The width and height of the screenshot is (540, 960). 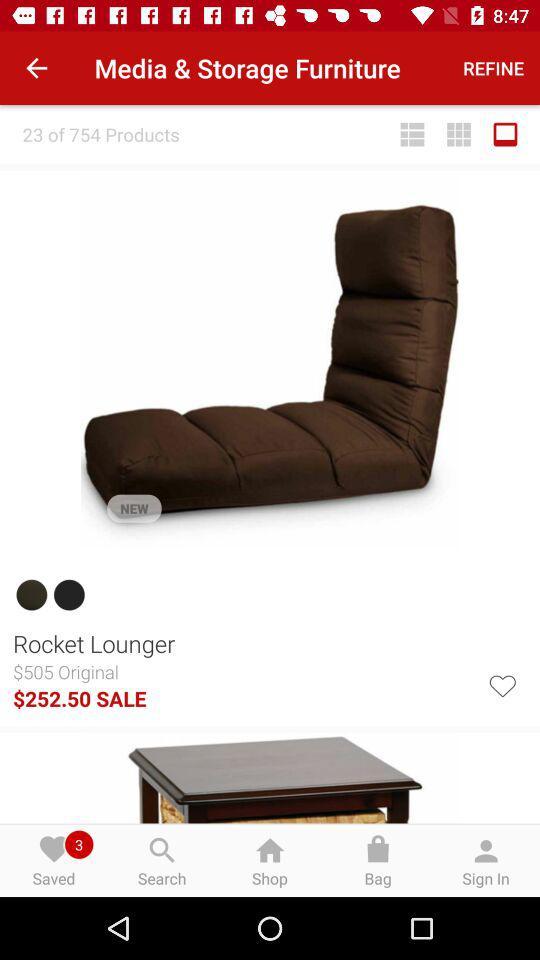 I want to click on the item next to media & storage furniture, so click(x=492, y=68).